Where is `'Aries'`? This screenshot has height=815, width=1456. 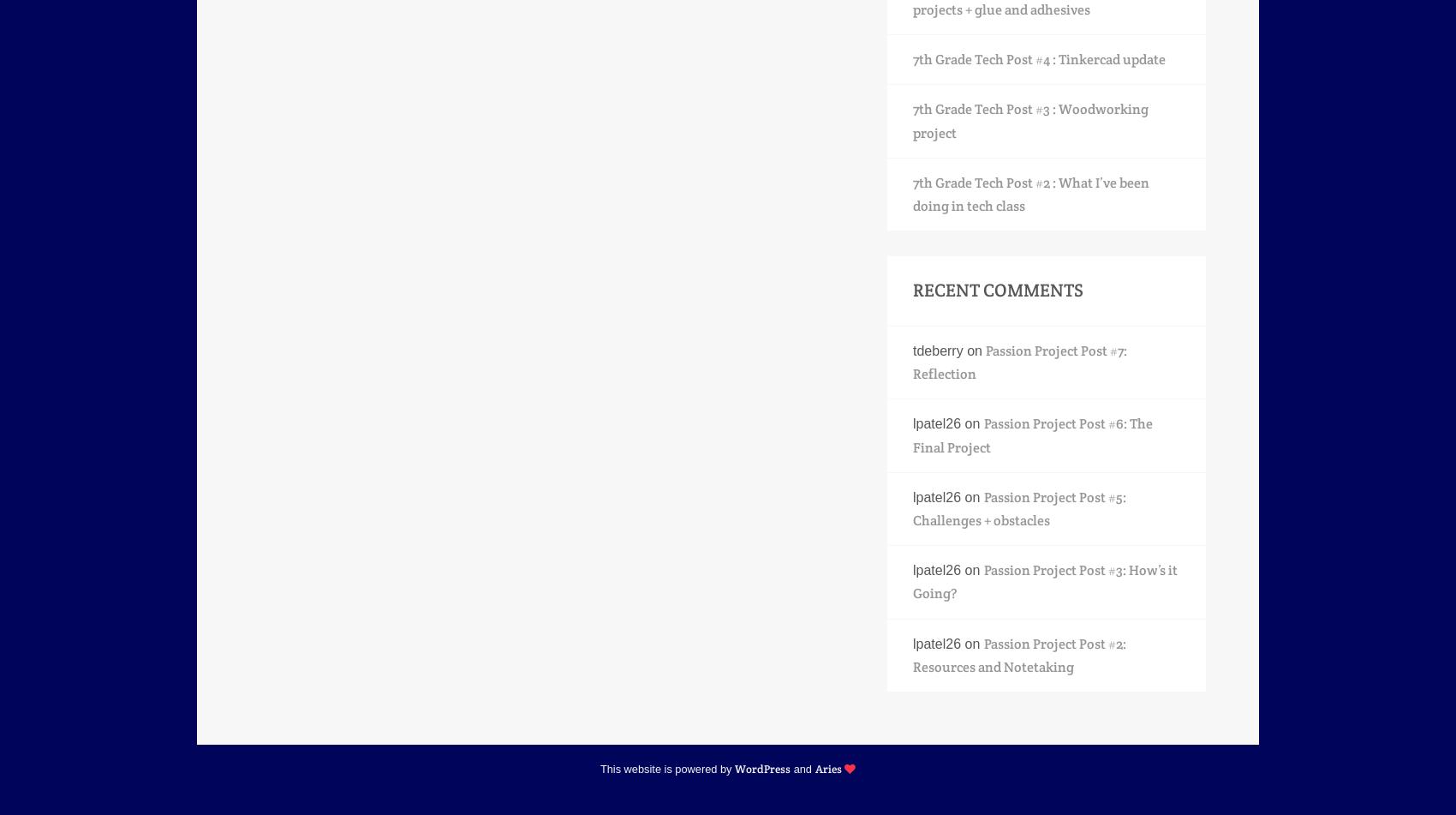 'Aries' is located at coordinates (826, 767).